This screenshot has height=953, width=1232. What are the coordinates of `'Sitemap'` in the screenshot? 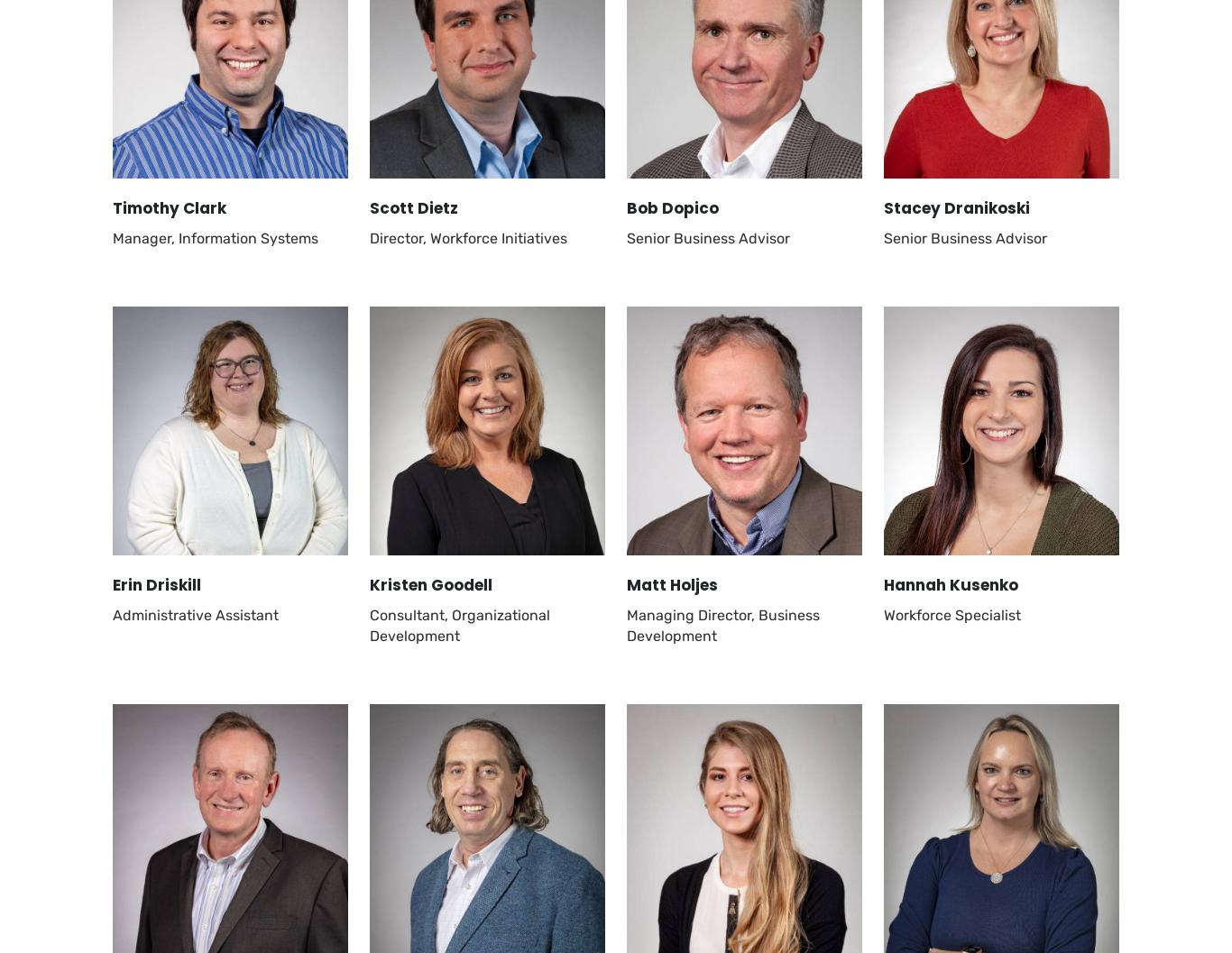 It's located at (885, 556).